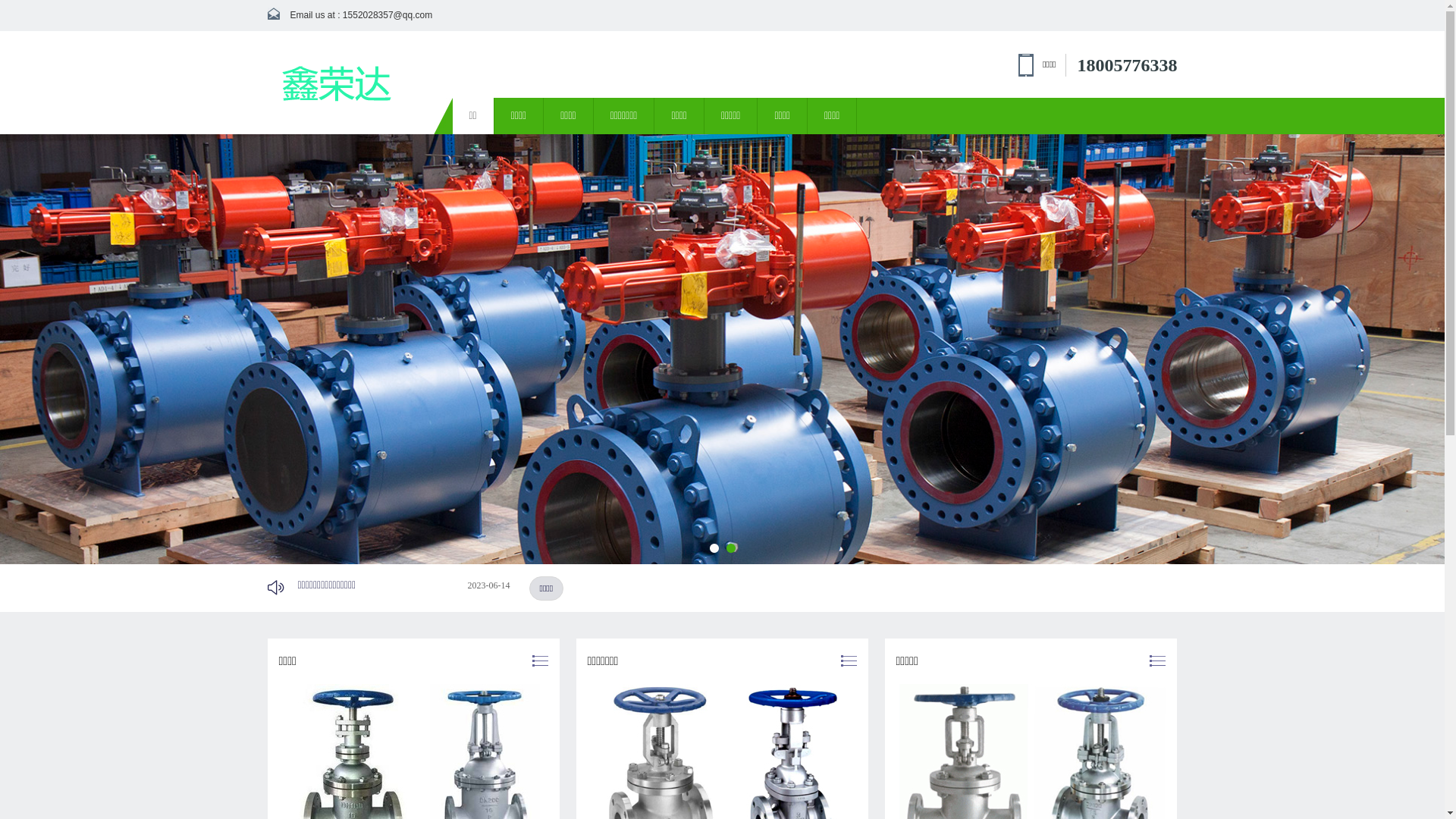 Image resolution: width=1456 pixels, height=819 pixels. What do you see at coordinates (713, 548) in the screenshot?
I see `'1'` at bounding box center [713, 548].